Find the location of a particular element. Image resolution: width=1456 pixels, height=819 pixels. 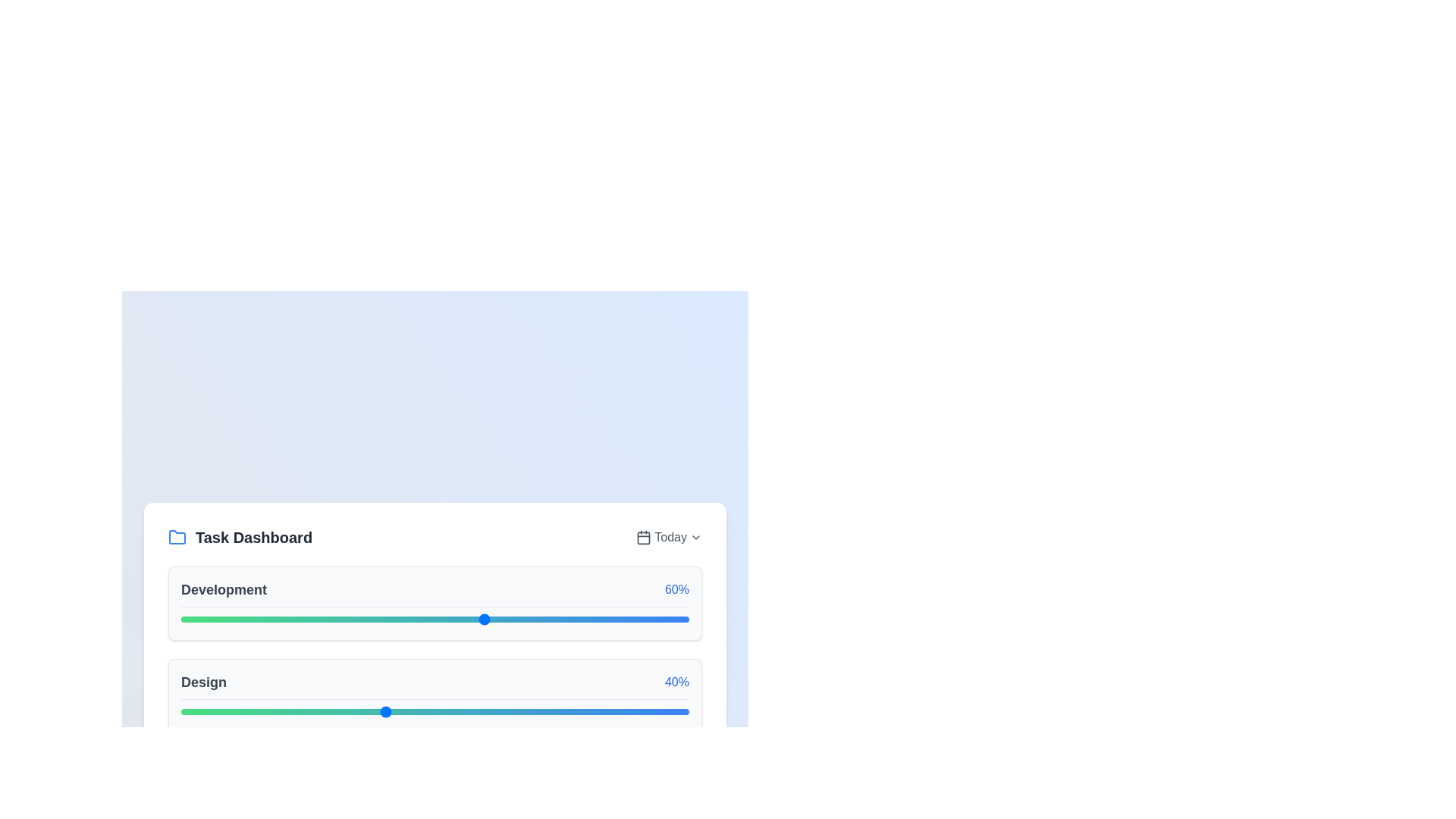

the folder icon vector graphic located within the 'Task Dashboard' widget, designed with a blue tone and a tab-like extension is located at coordinates (177, 536).